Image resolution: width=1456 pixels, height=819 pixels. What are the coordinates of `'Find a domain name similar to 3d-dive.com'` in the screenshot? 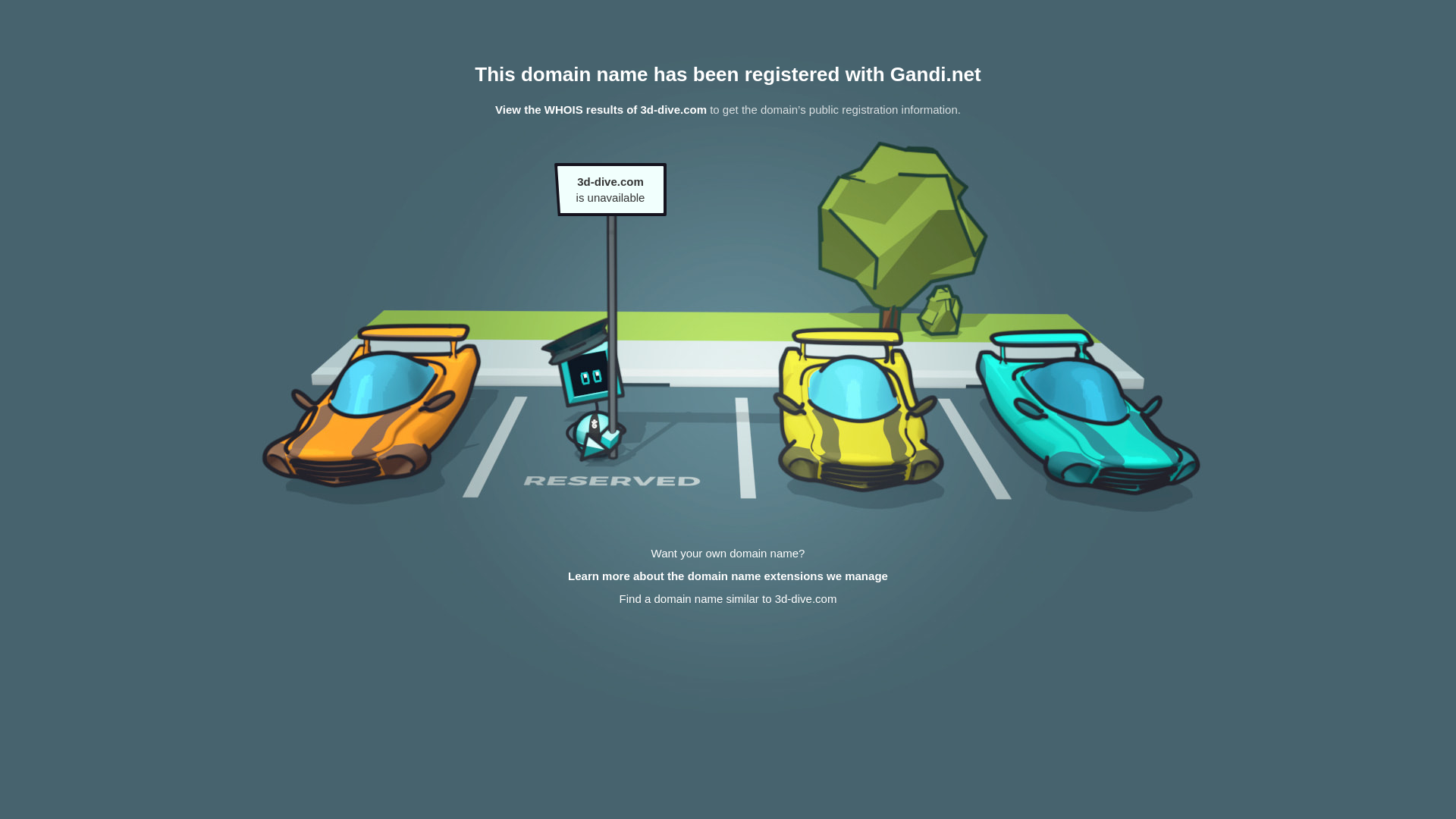 It's located at (728, 598).